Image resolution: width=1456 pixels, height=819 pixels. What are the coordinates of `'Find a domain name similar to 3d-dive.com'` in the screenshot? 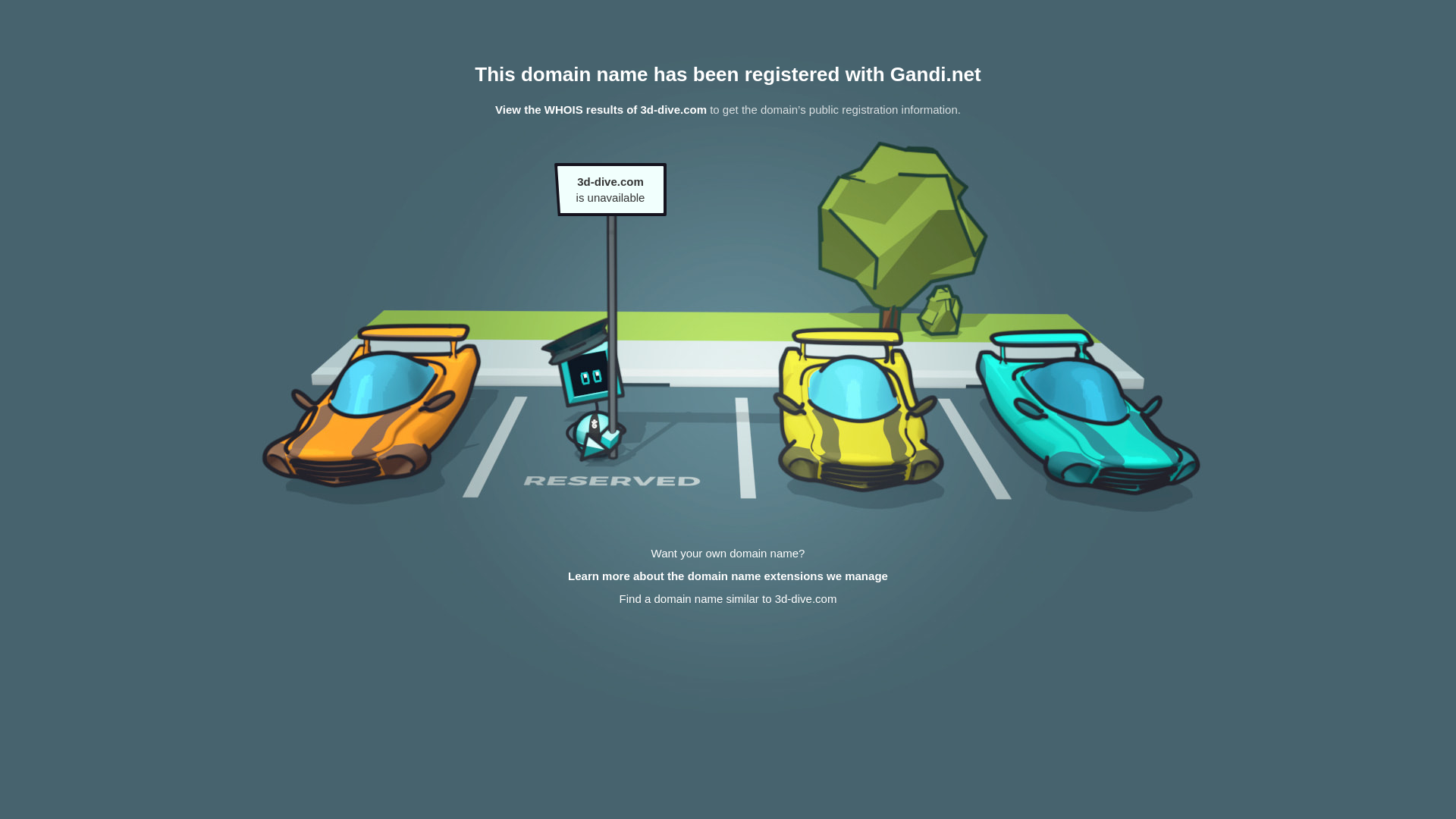 It's located at (728, 598).